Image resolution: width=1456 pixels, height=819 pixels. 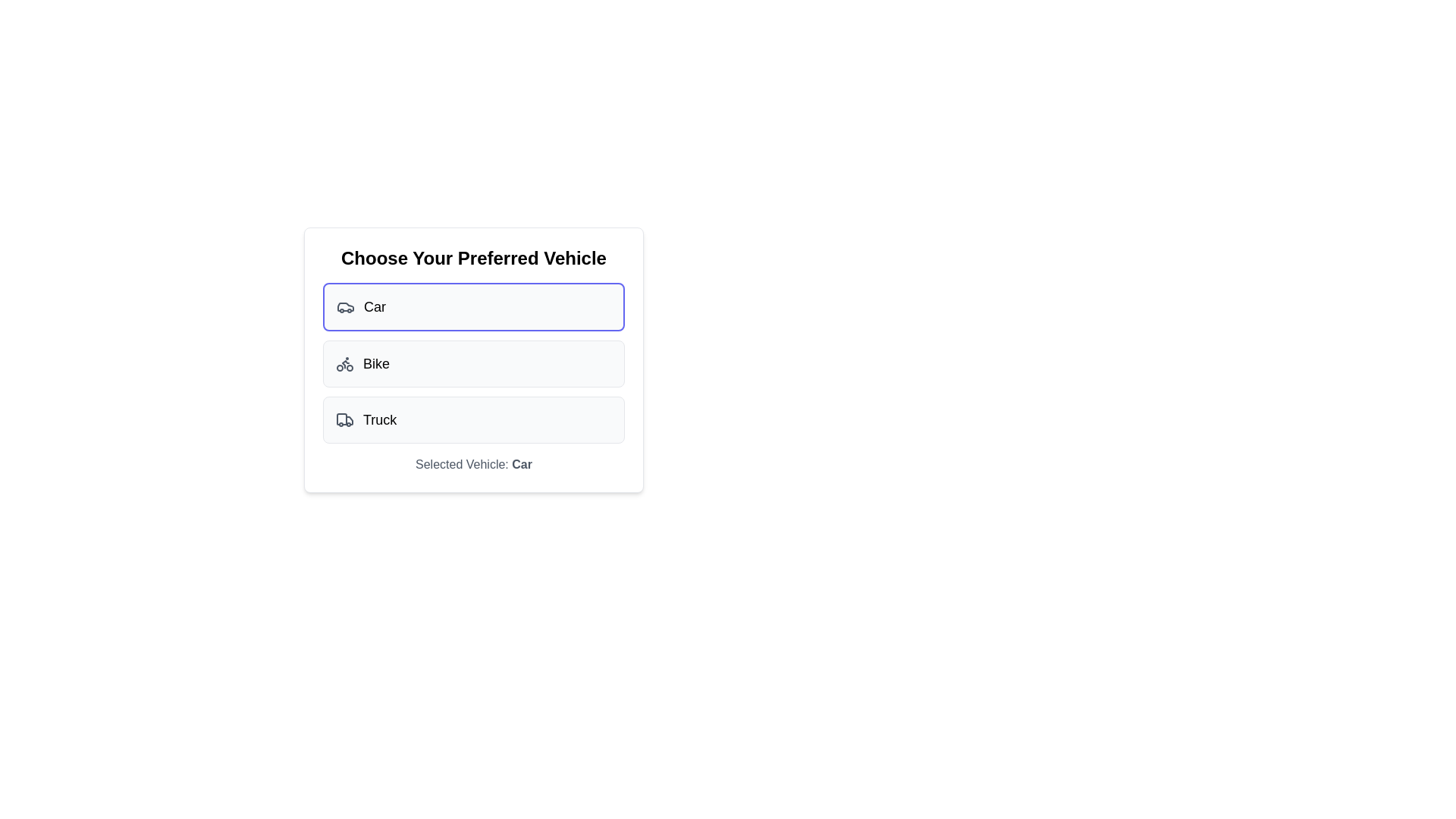 What do you see at coordinates (472, 420) in the screenshot?
I see `the 'Truck' selectable card using keyboard navigation` at bounding box center [472, 420].